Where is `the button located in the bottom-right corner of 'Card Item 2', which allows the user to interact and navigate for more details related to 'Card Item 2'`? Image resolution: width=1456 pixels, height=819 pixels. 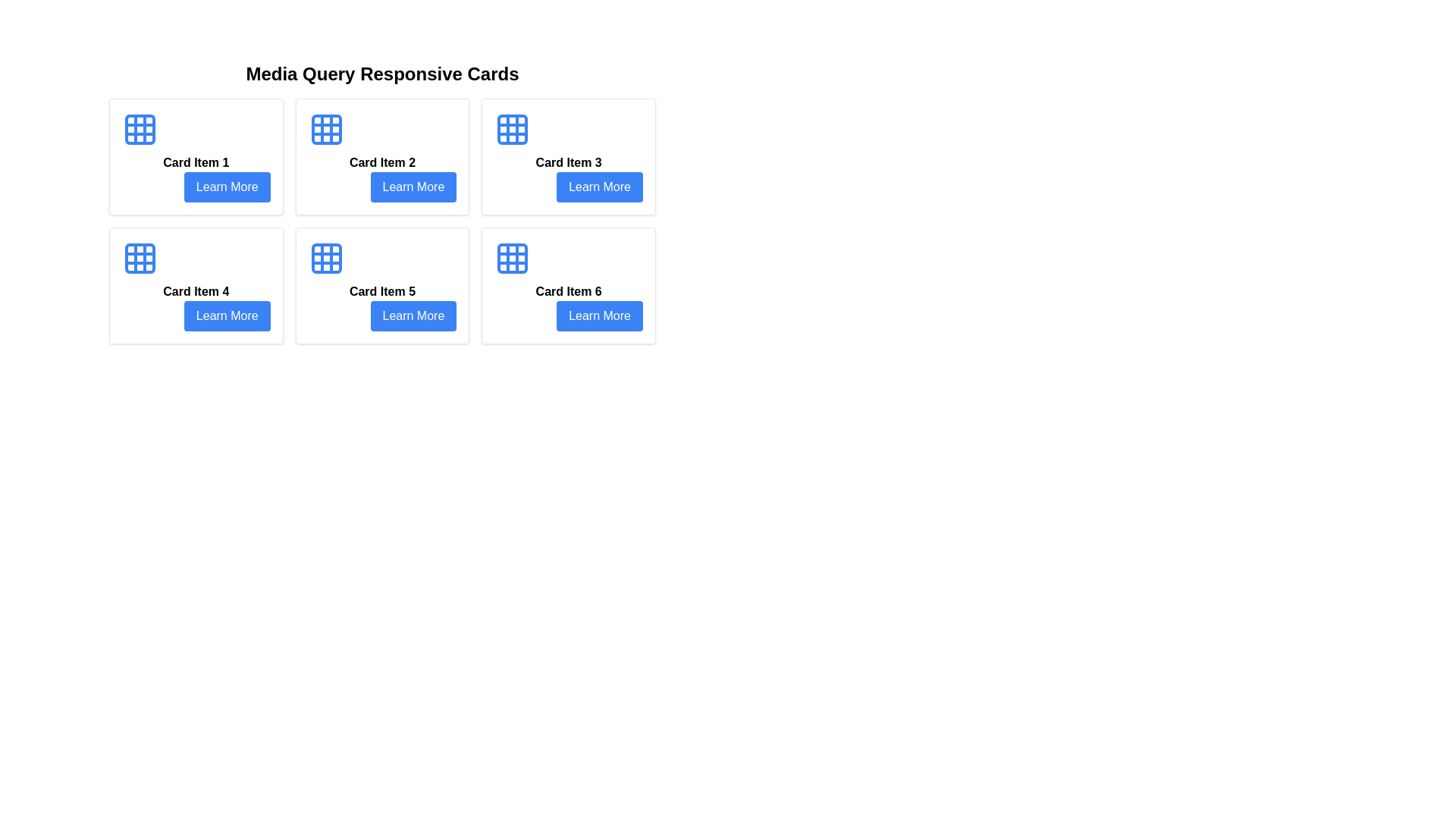 the button located in the bottom-right corner of 'Card Item 2', which allows the user to interact and navigate for more details related to 'Card Item 2' is located at coordinates (413, 186).